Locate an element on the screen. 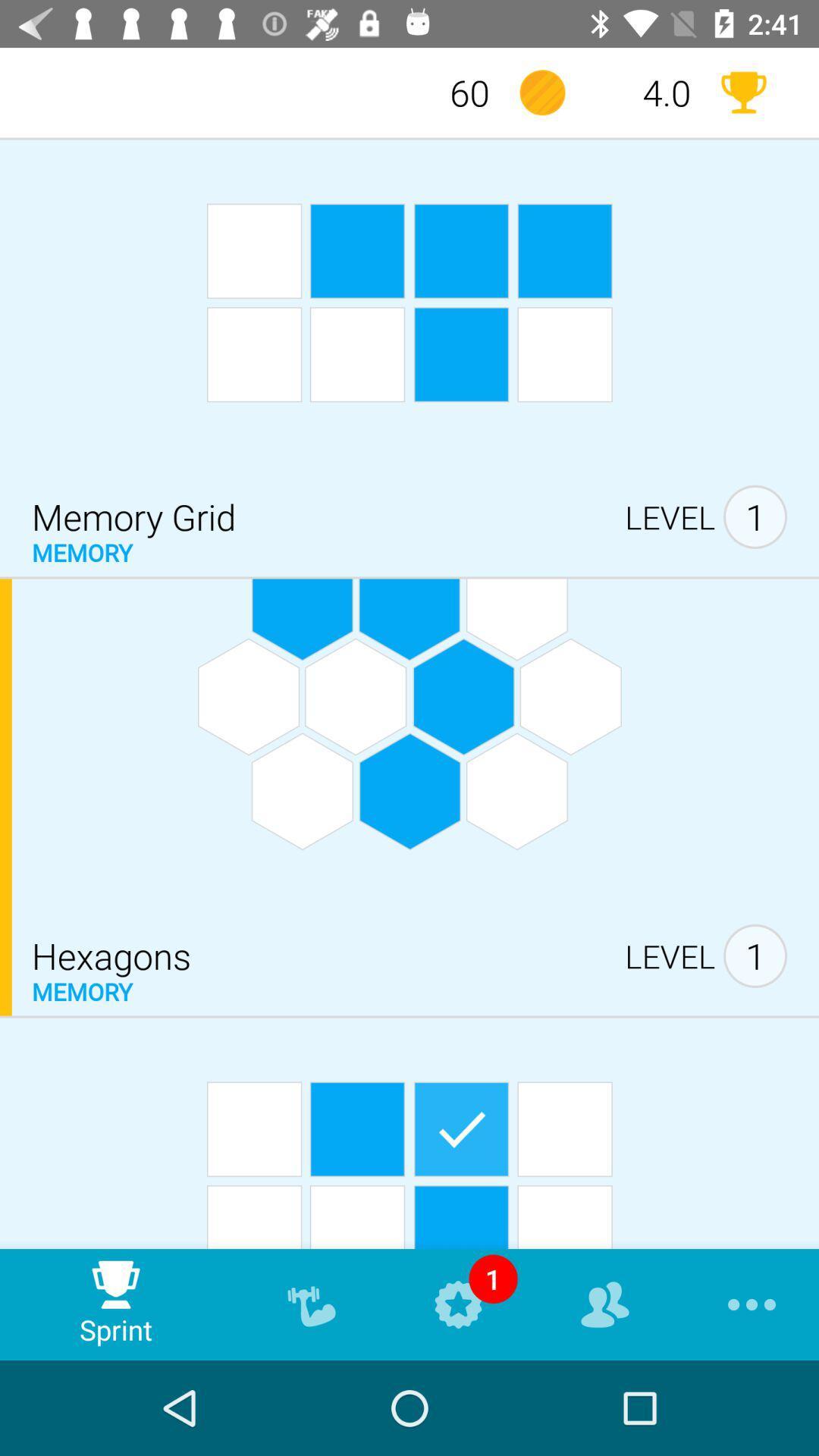 The image size is (819, 1456). icon next to the 4.0 item is located at coordinates (541, 92).